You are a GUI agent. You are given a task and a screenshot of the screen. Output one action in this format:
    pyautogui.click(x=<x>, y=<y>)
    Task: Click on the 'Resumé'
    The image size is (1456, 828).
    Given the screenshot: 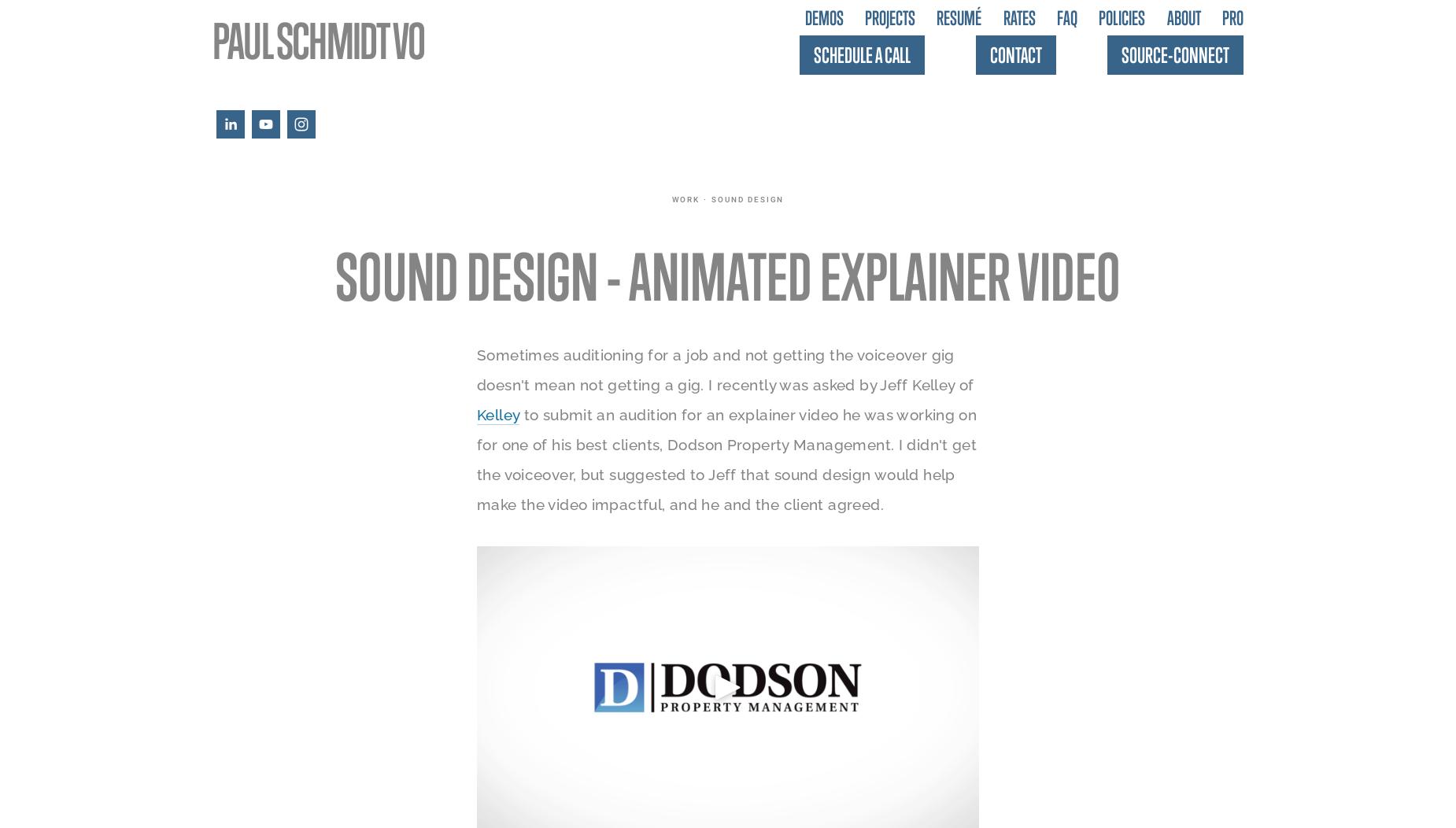 What is the action you would take?
    pyautogui.click(x=958, y=17)
    